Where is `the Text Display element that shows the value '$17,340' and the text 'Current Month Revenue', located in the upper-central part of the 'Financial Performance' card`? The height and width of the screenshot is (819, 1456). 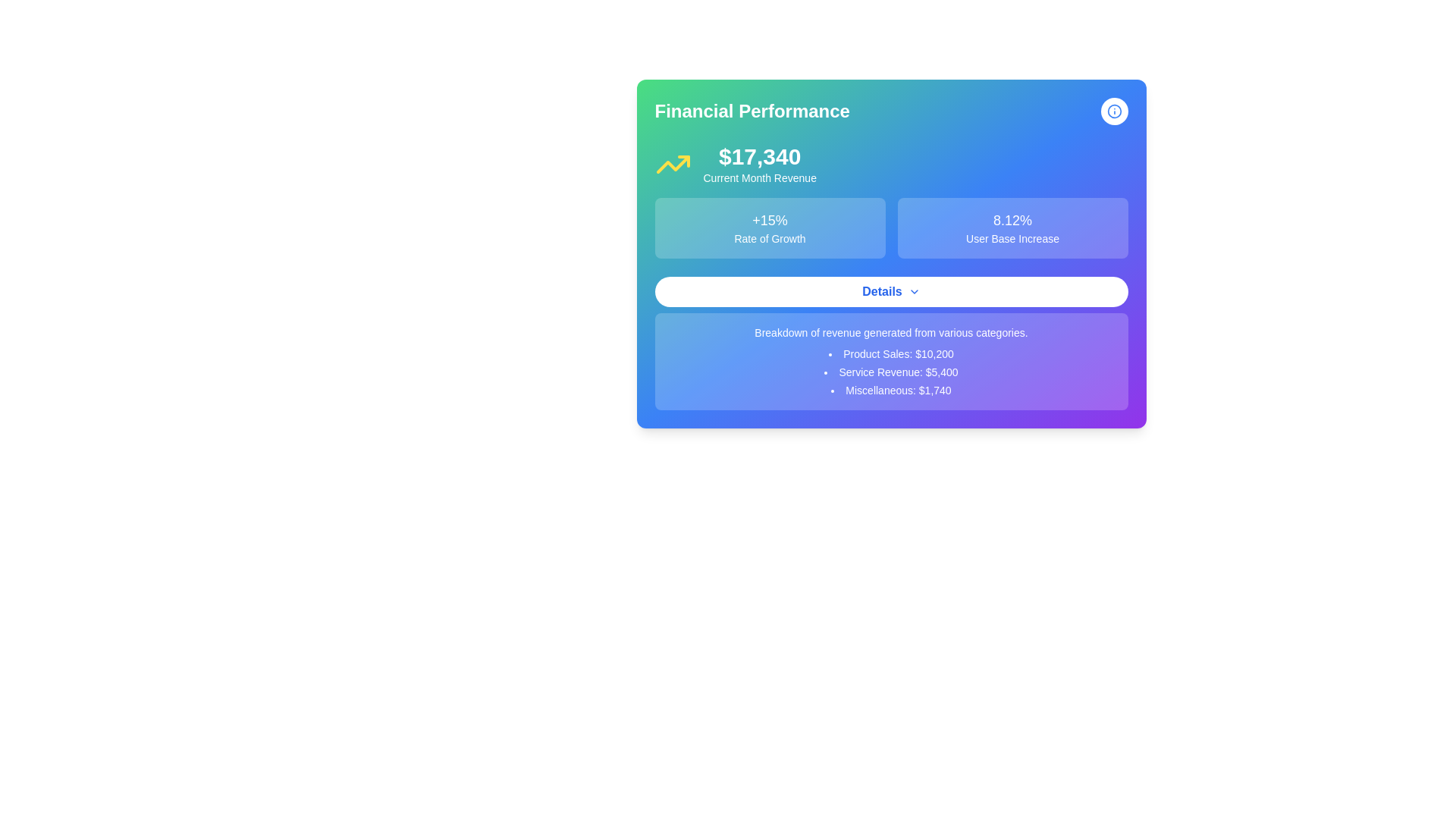
the Text Display element that shows the value '$17,340' and the text 'Current Month Revenue', located in the upper-central part of the 'Financial Performance' card is located at coordinates (760, 164).